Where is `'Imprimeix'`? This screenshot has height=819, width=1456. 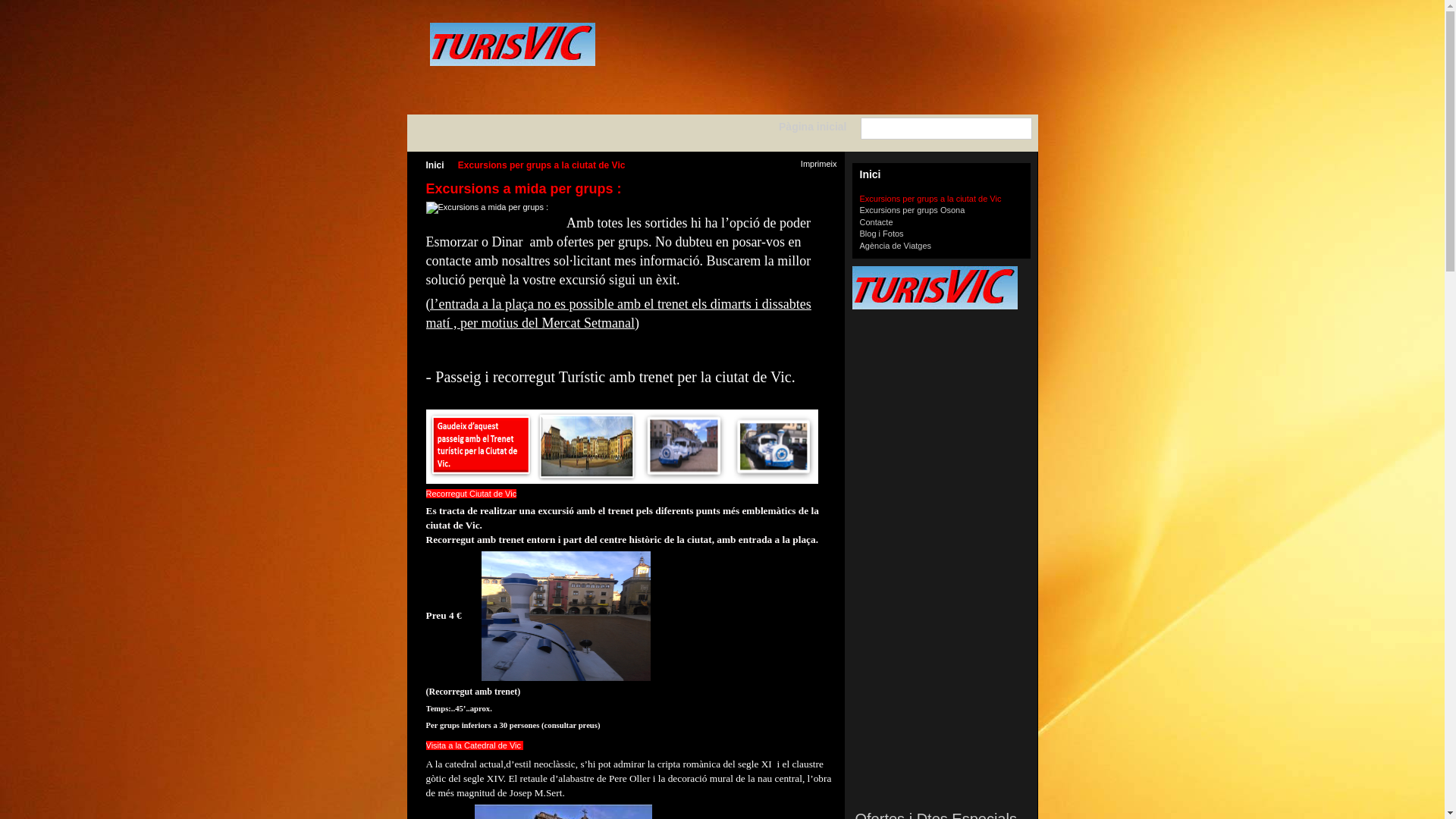
'Imprimeix' is located at coordinates (811, 165).